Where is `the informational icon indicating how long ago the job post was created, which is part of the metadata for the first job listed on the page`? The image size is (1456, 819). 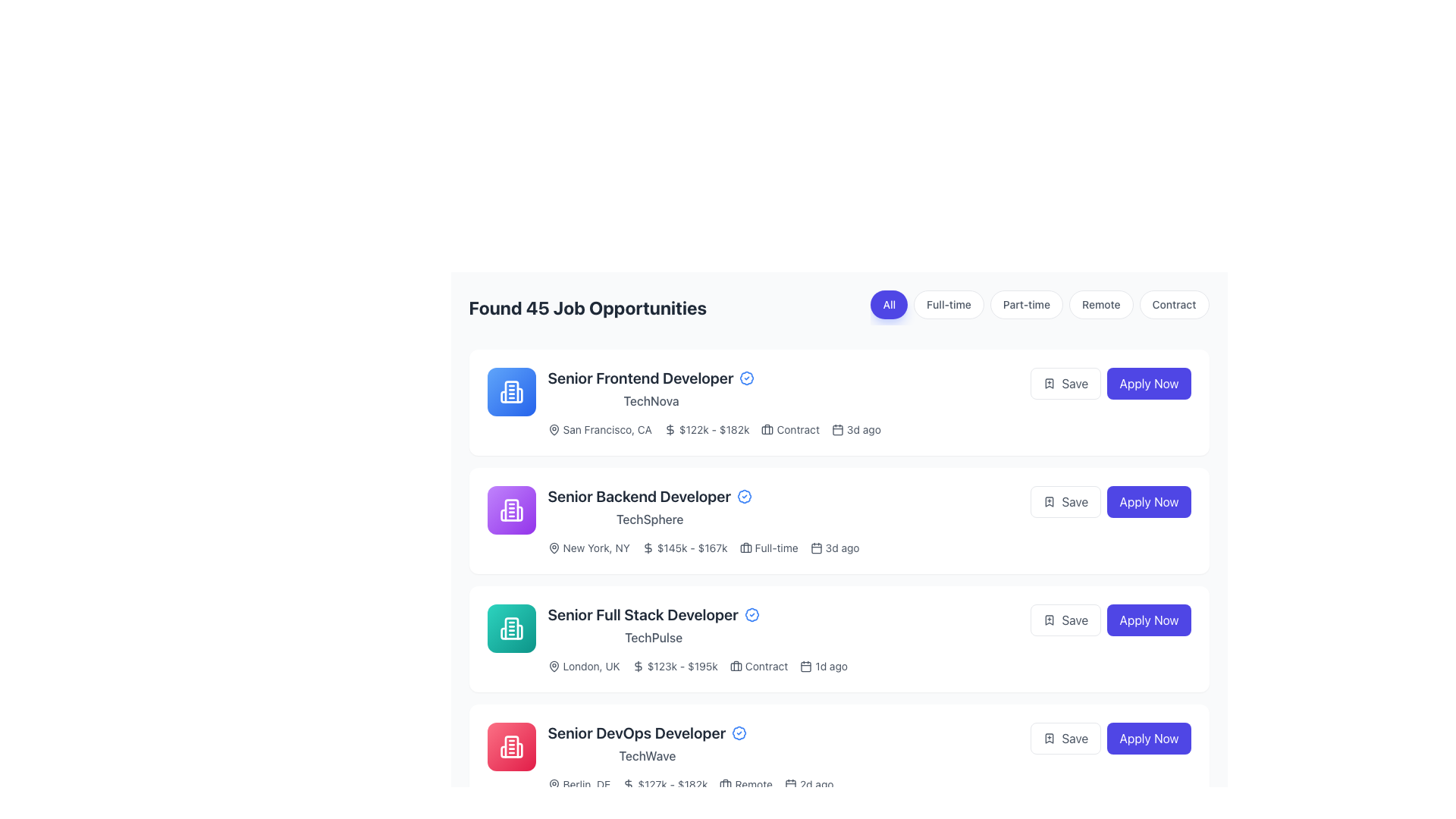 the informational icon indicating how long ago the job post was created, which is part of the metadata for the first job listed on the page is located at coordinates (855, 430).